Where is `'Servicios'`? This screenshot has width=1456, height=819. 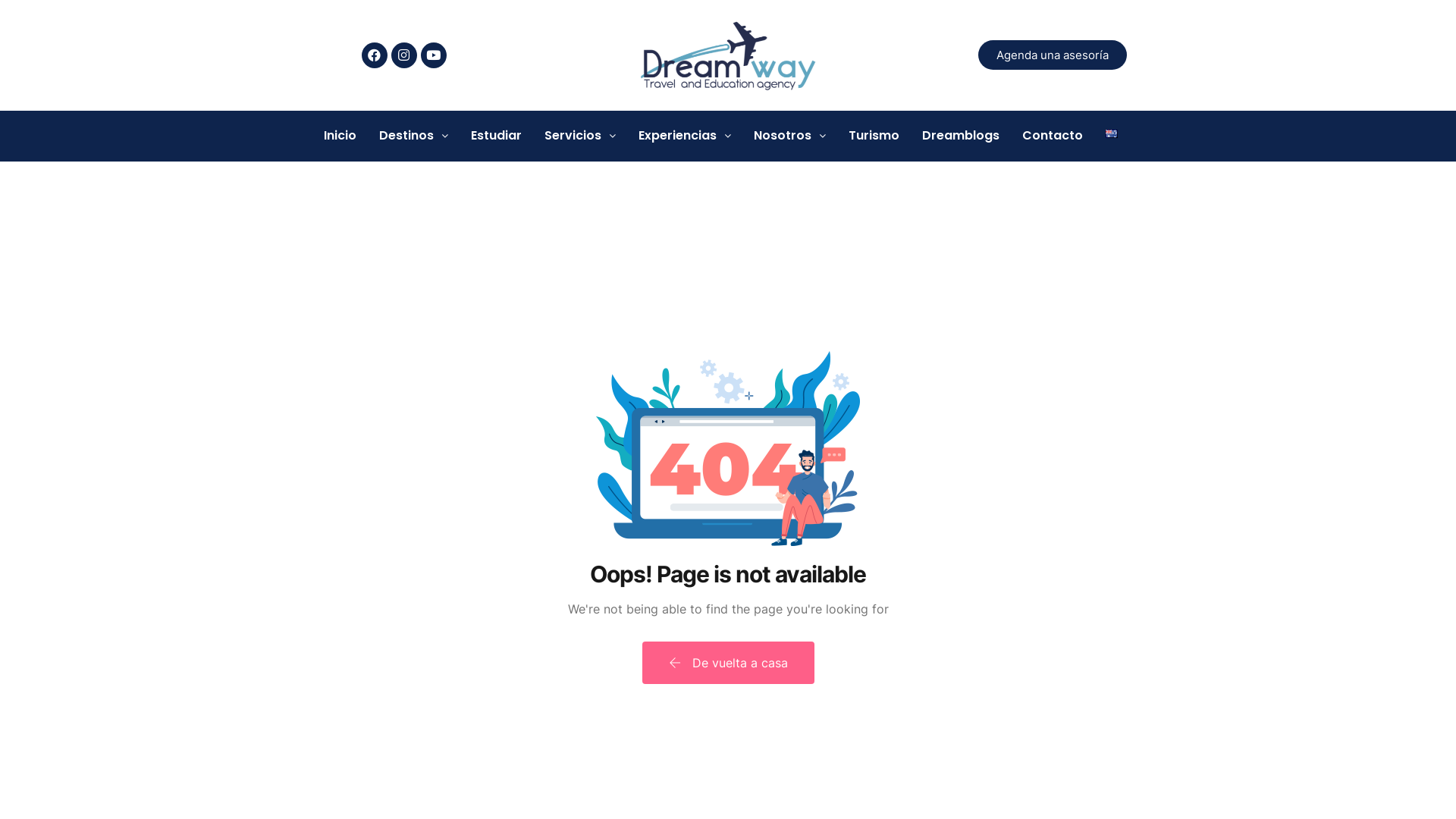 'Servicios' is located at coordinates (579, 134).